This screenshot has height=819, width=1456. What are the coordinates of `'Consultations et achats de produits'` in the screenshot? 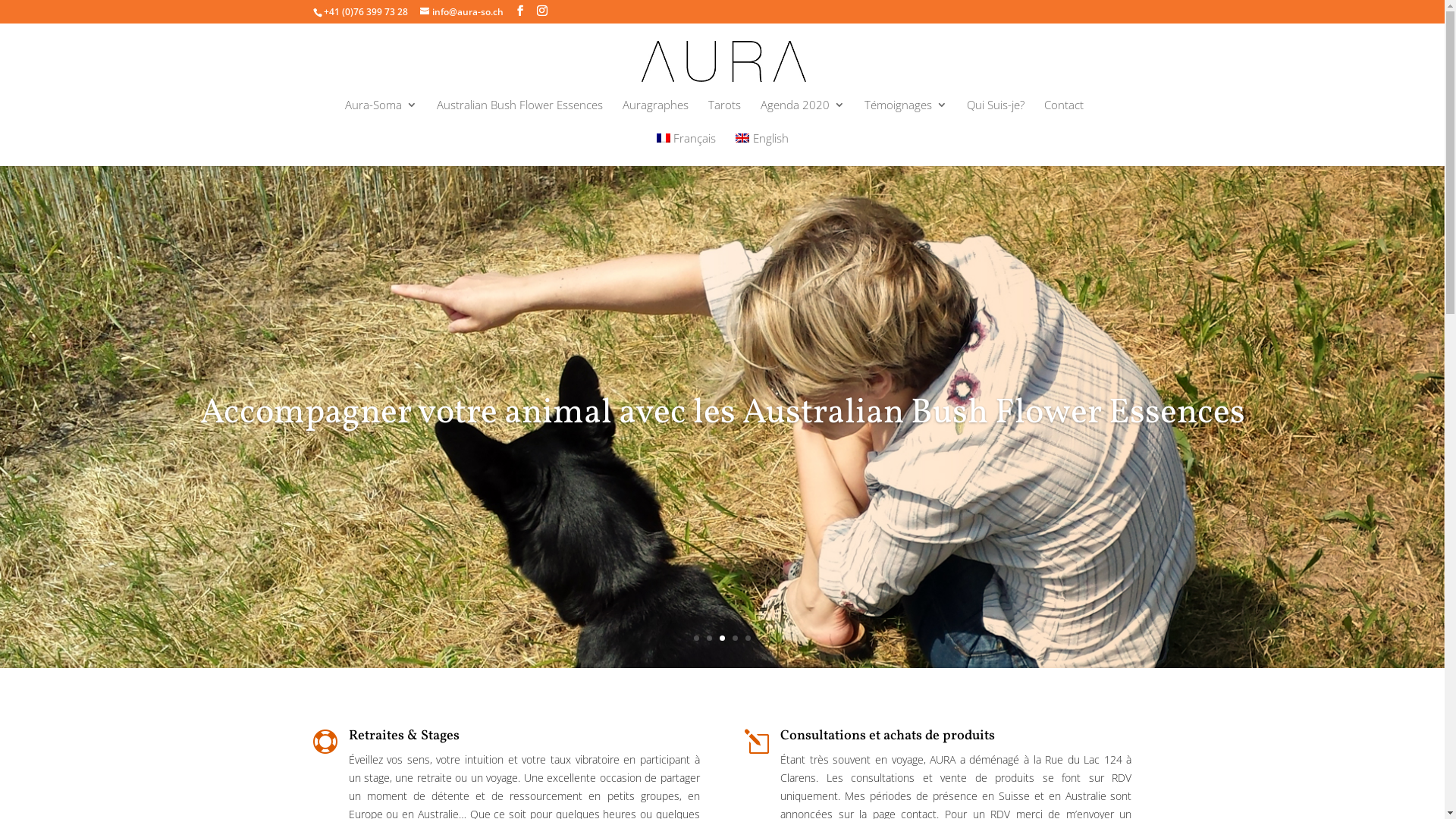 It's located at (887, 735).